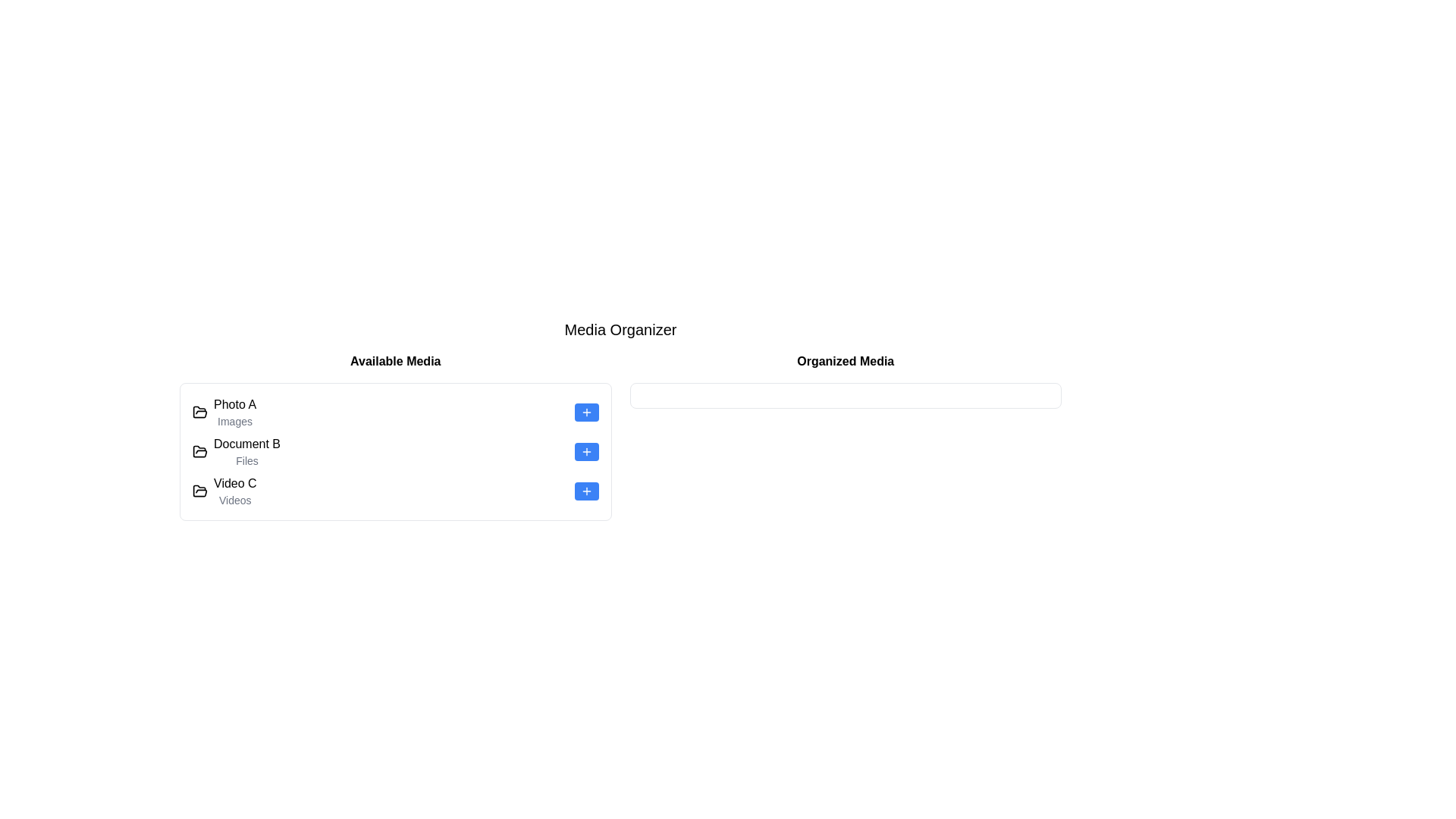  What do you see at coordinates (234, 483) in the screenshot?
I see `the text label reading 'Video C' which is positioned in the third row of the 'Available Media' section, beneath 'Document B' and 'Photo A'` at bounding box center [234, 483].